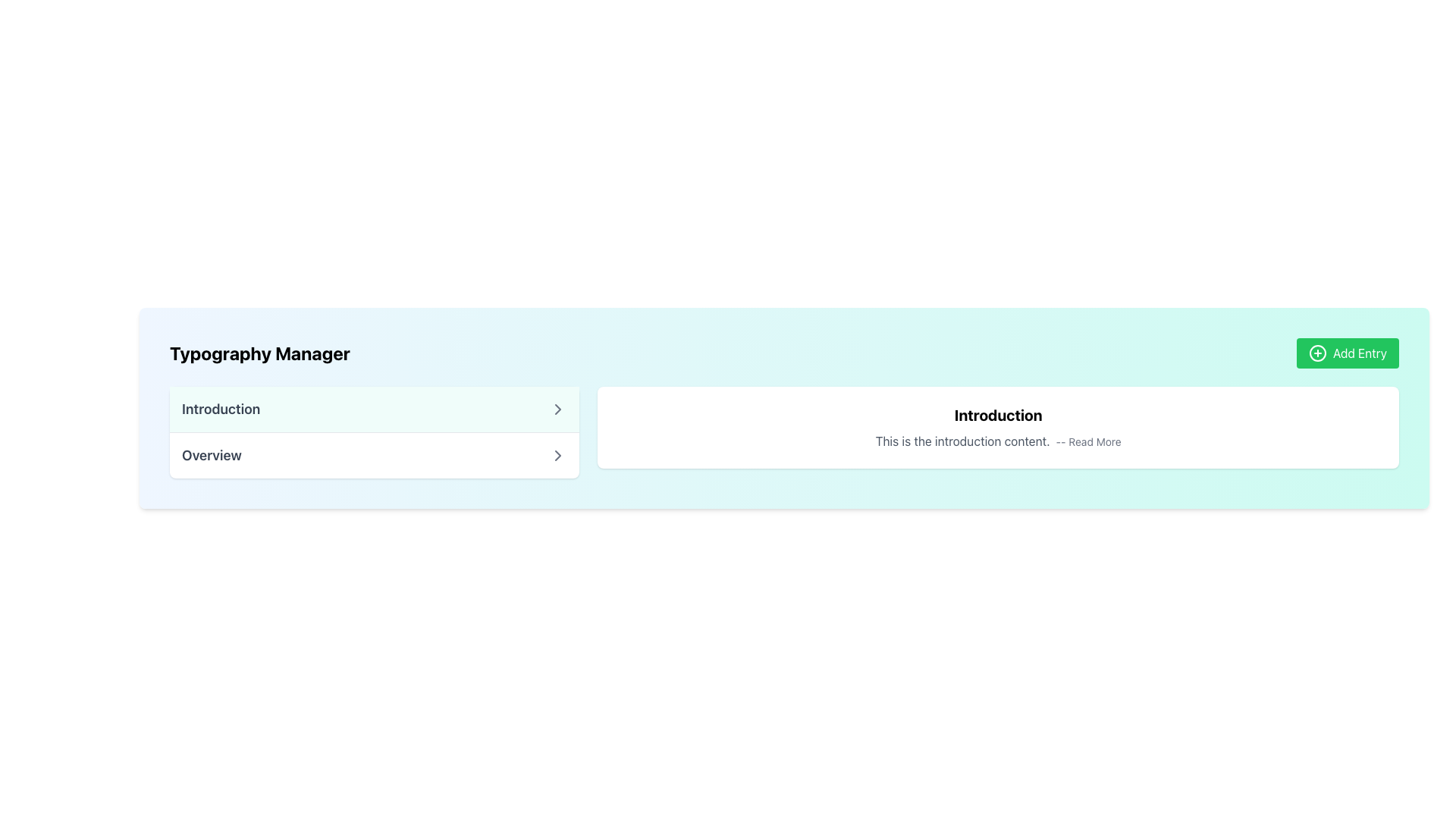 The width and height of the screenshot is (1456, 819). What do you see at coordinates (557, 455) in the screenshot?
I see `the small gray chevron-right icon at the far-right end of the 'Overview' row` at bounding box center [557, 455].